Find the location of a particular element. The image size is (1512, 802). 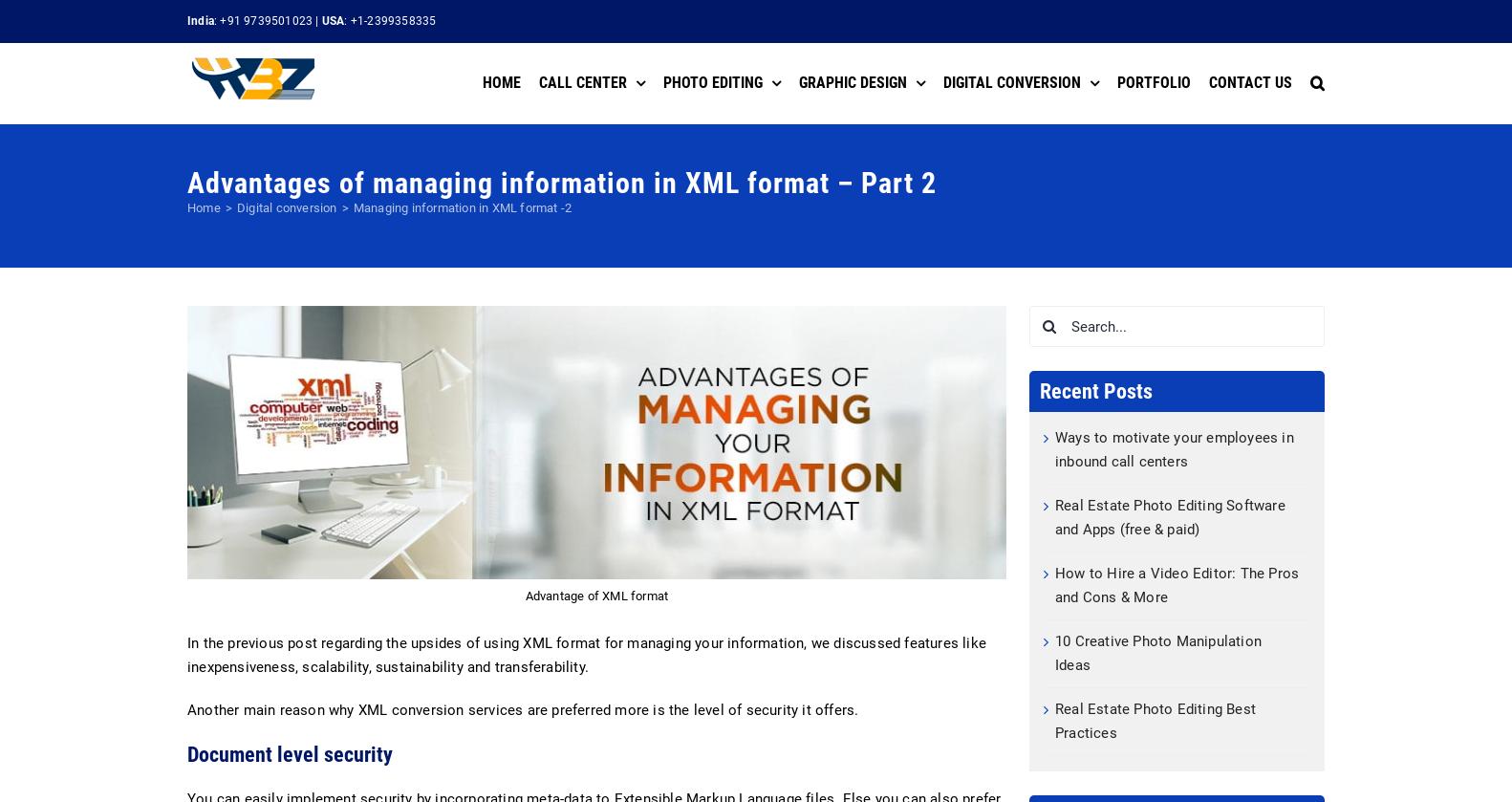

'India' is located at coordinates (200, 20).